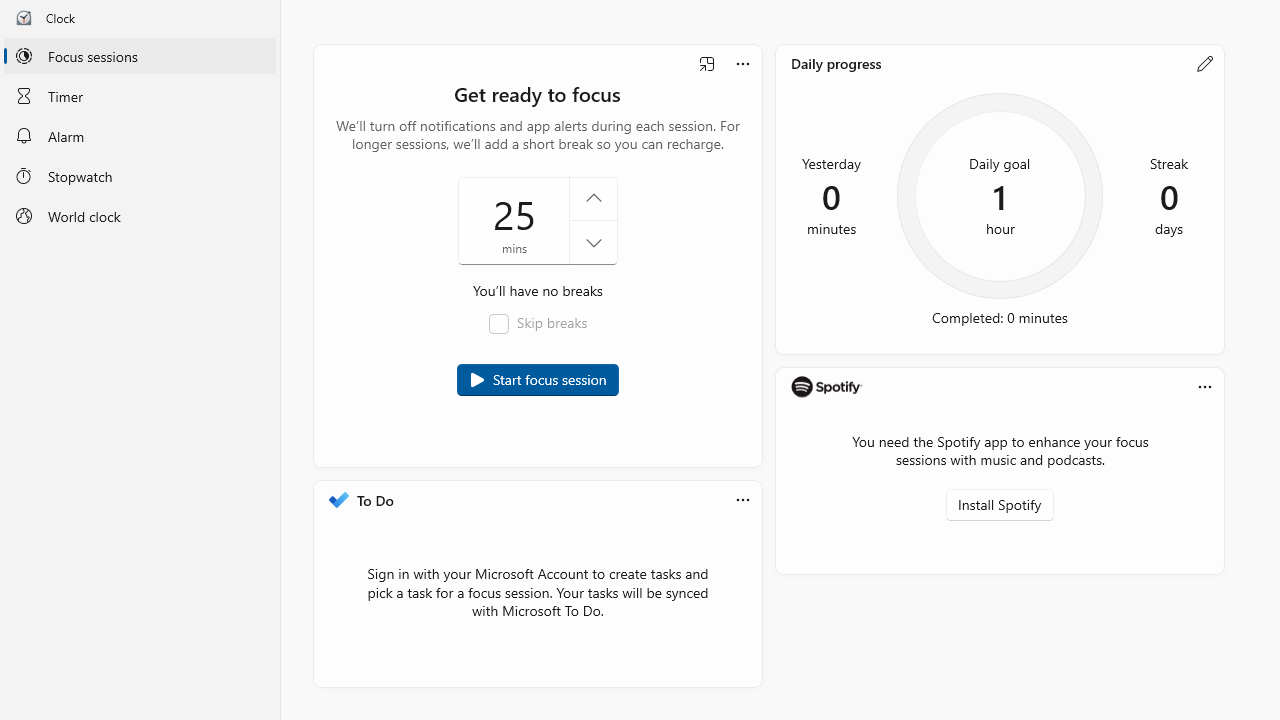 This screenshot has width=1280, height=720. Describe the element at coordinates (538, 380) in the screenshot. I see `'Start focus session'` at that location.